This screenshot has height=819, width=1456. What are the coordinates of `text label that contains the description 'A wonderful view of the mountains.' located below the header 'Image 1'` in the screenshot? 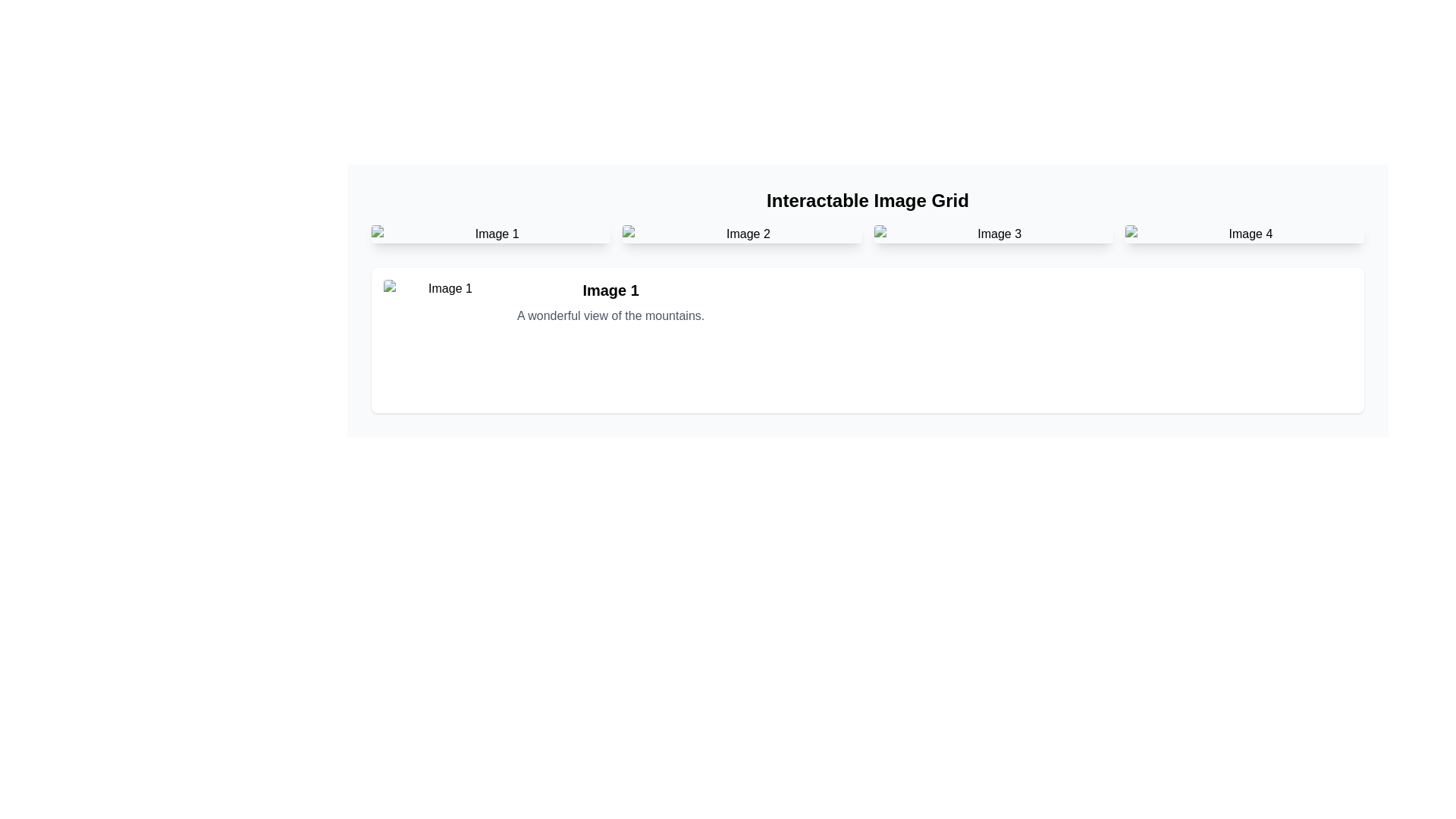 It's located at (610, 315).